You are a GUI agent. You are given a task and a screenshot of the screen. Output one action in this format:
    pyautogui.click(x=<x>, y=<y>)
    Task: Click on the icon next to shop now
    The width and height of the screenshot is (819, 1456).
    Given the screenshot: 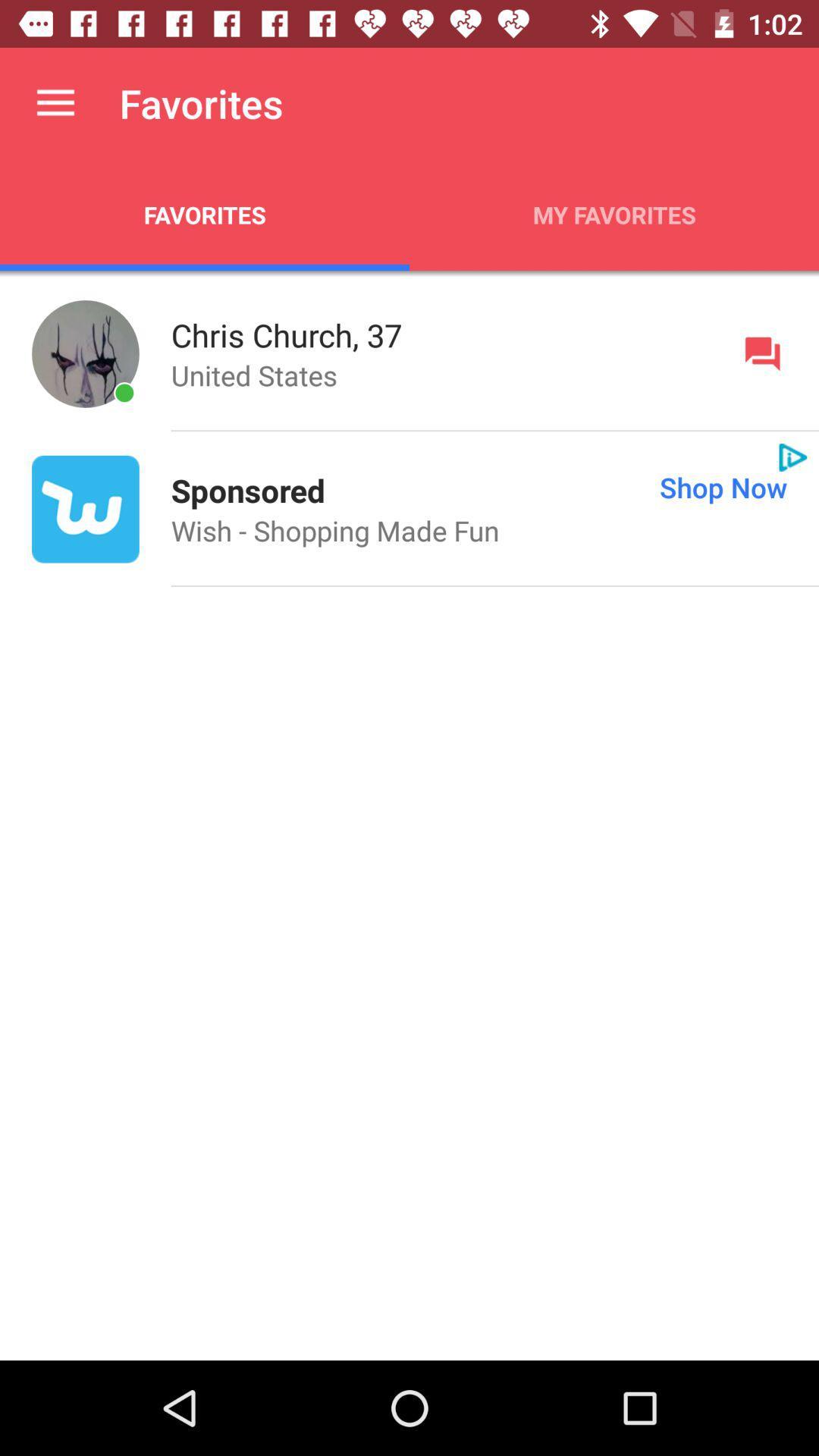 What is the action you would take?
    pyautogui.click(x=247, y=490)
    